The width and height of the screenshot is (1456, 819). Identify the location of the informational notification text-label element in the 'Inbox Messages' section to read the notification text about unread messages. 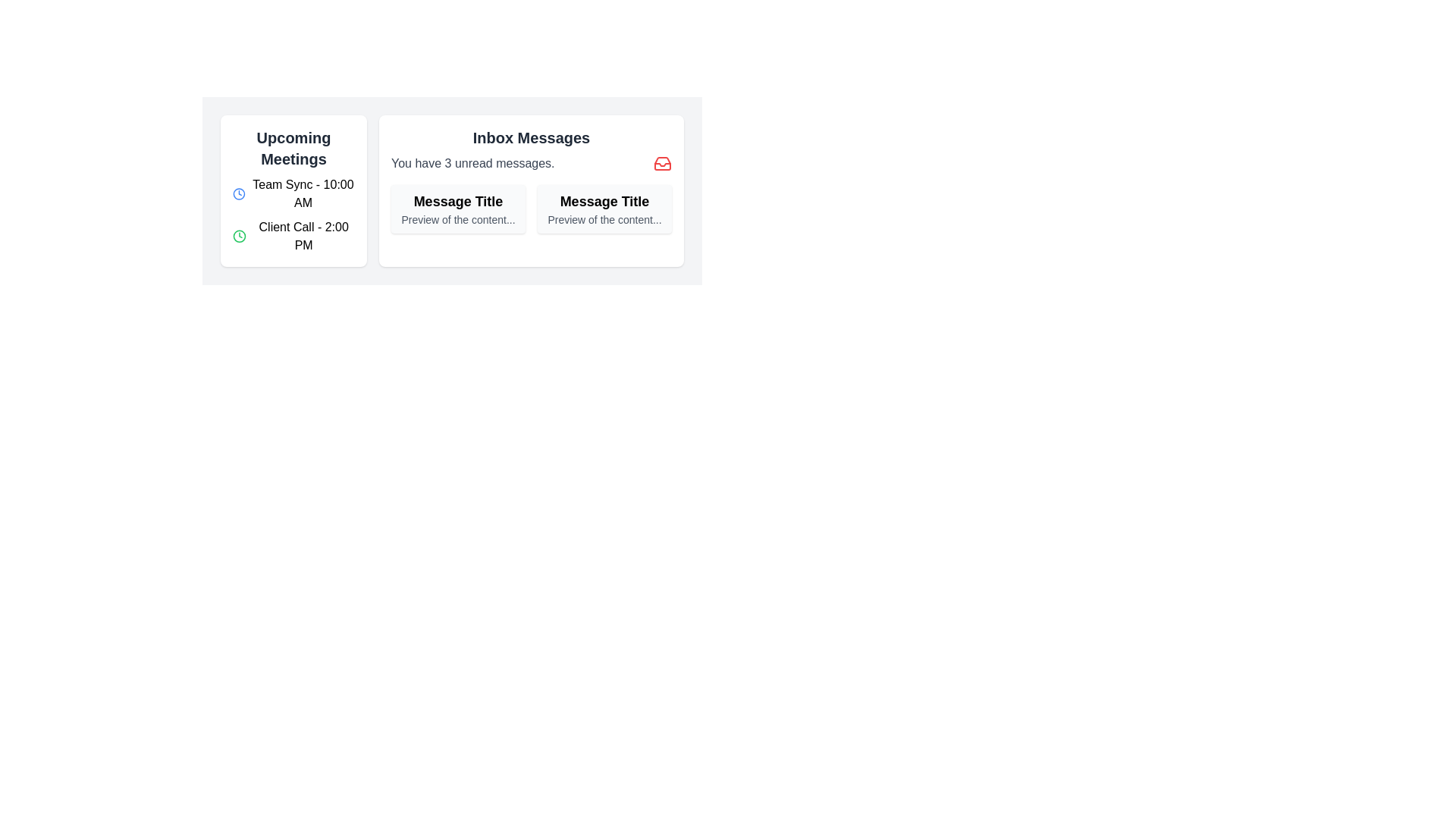
(531, 164).